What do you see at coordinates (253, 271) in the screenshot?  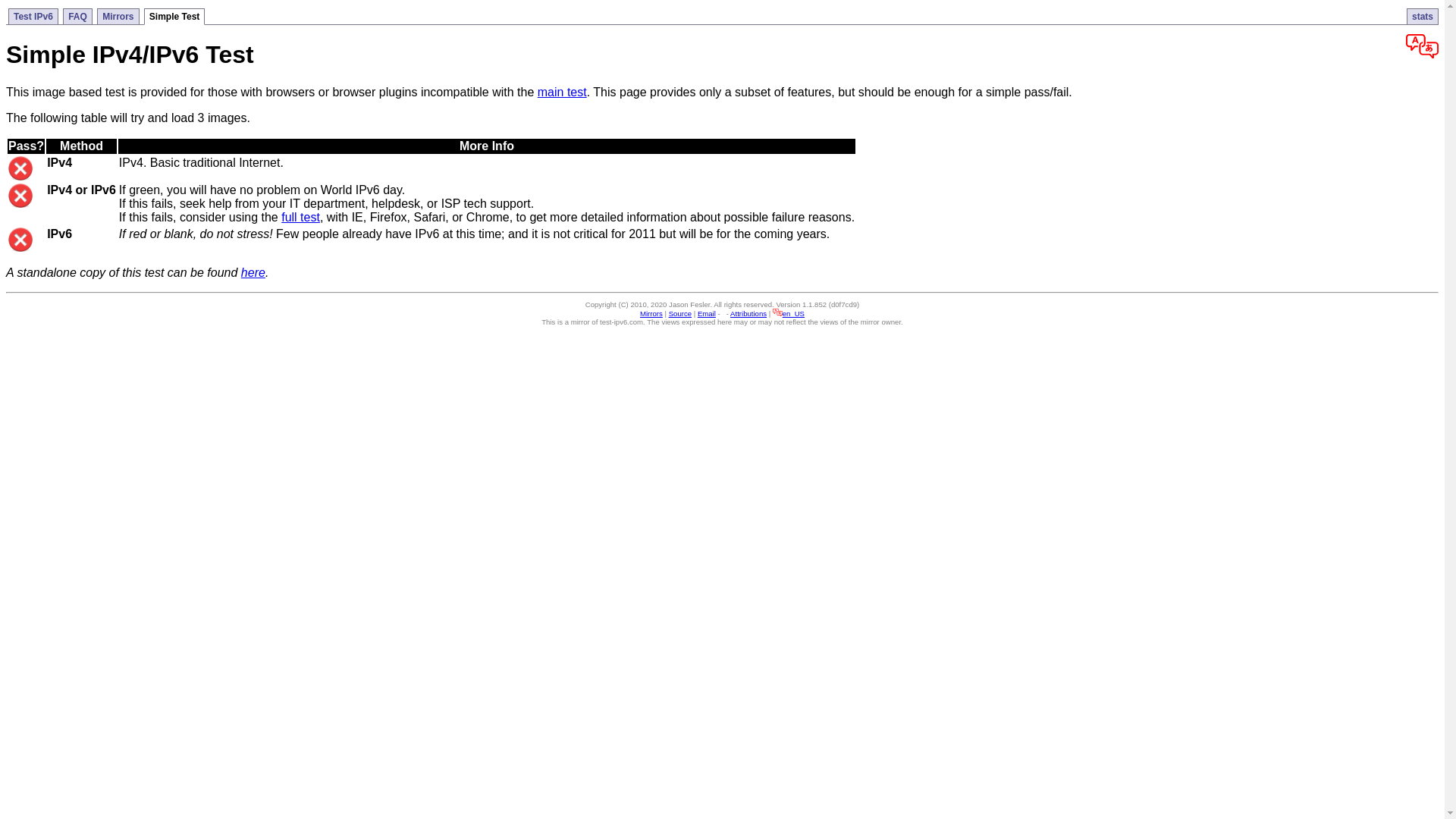 I see `'here'` at bounding box center [253, 271].